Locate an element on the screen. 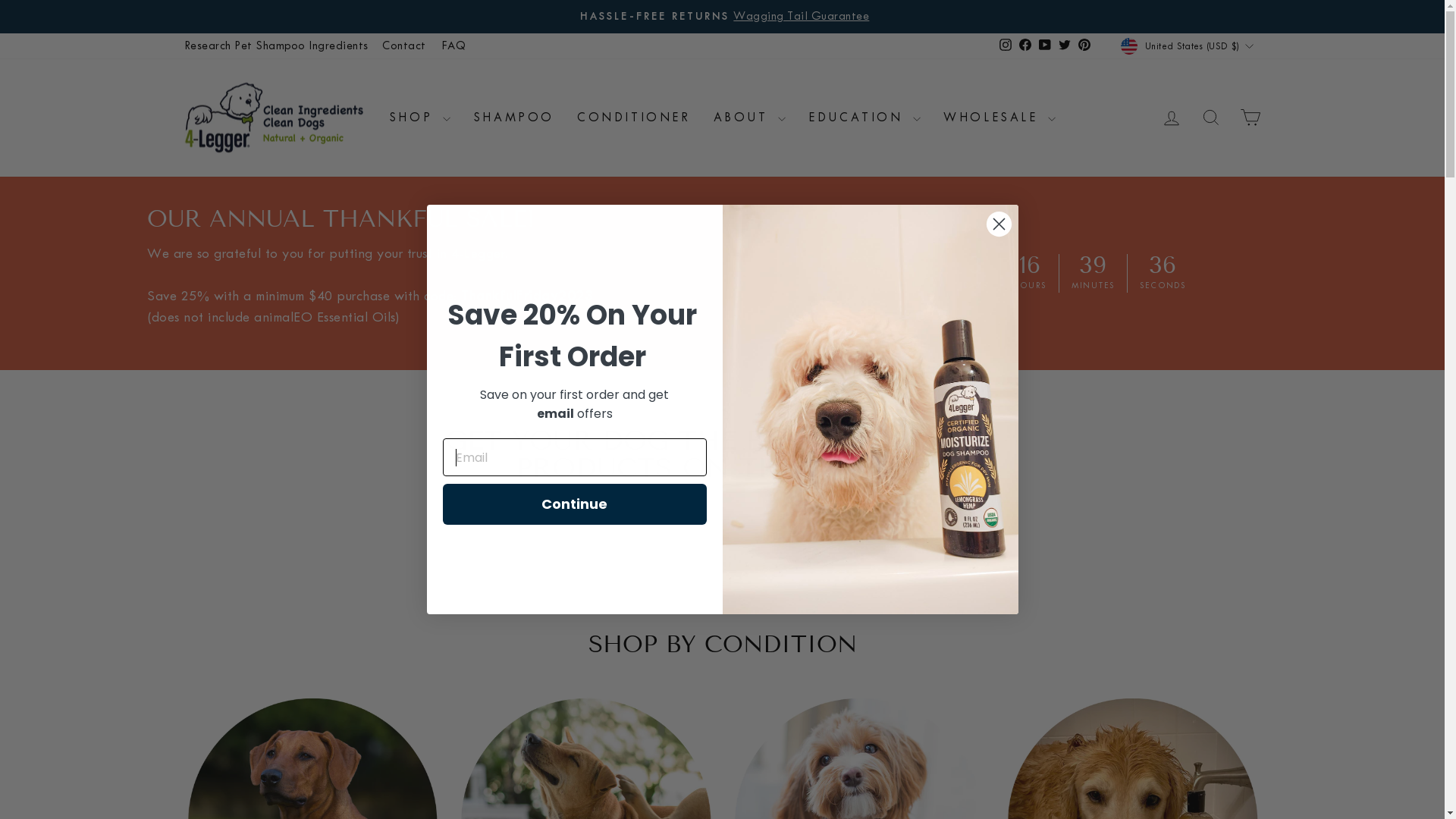 The height and width of the screenshot is (819, 1456). 'ICON-SEARCH is located at coordinates (1210, 116).